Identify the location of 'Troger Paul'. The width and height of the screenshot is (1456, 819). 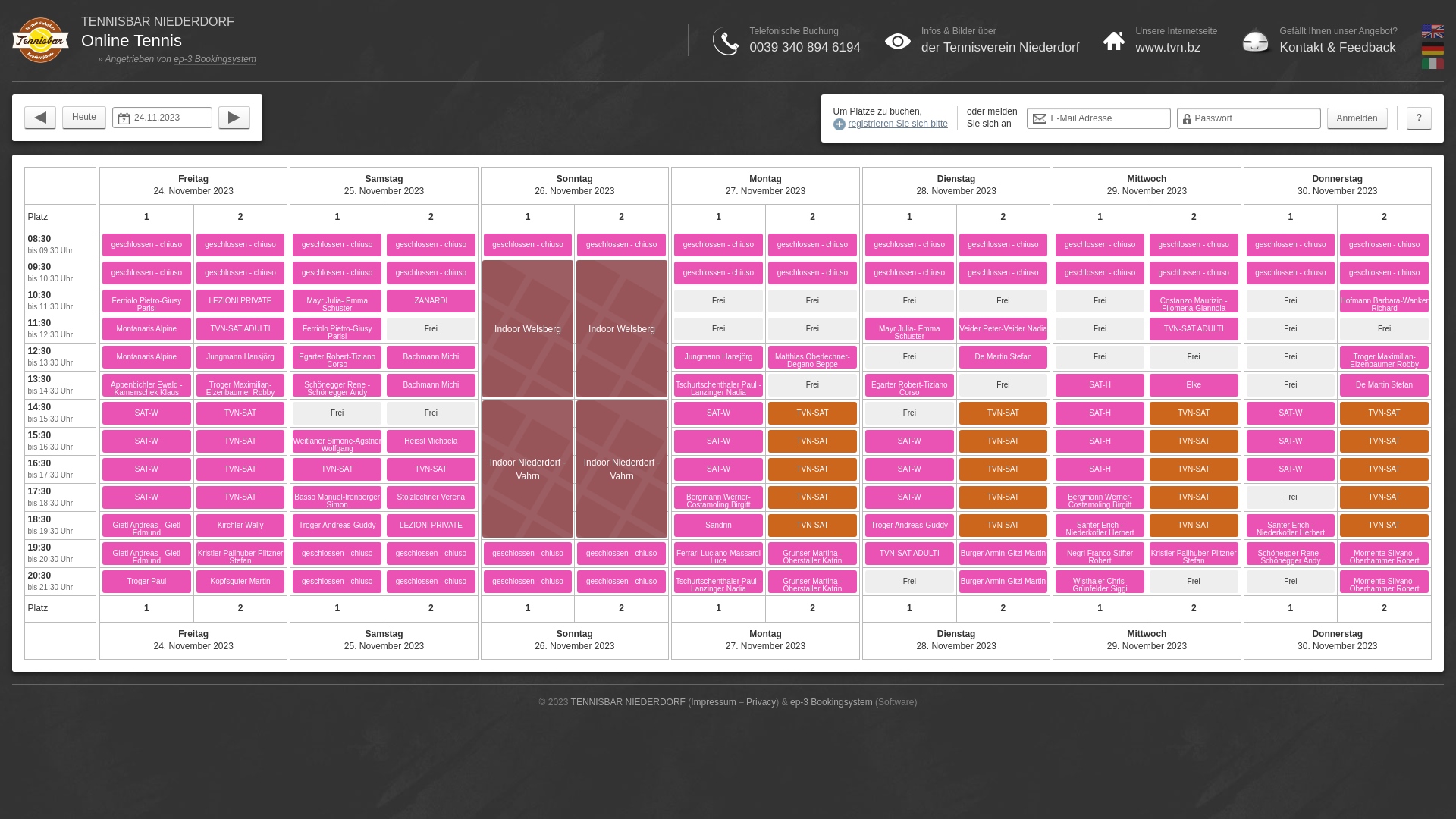
(101, 581).